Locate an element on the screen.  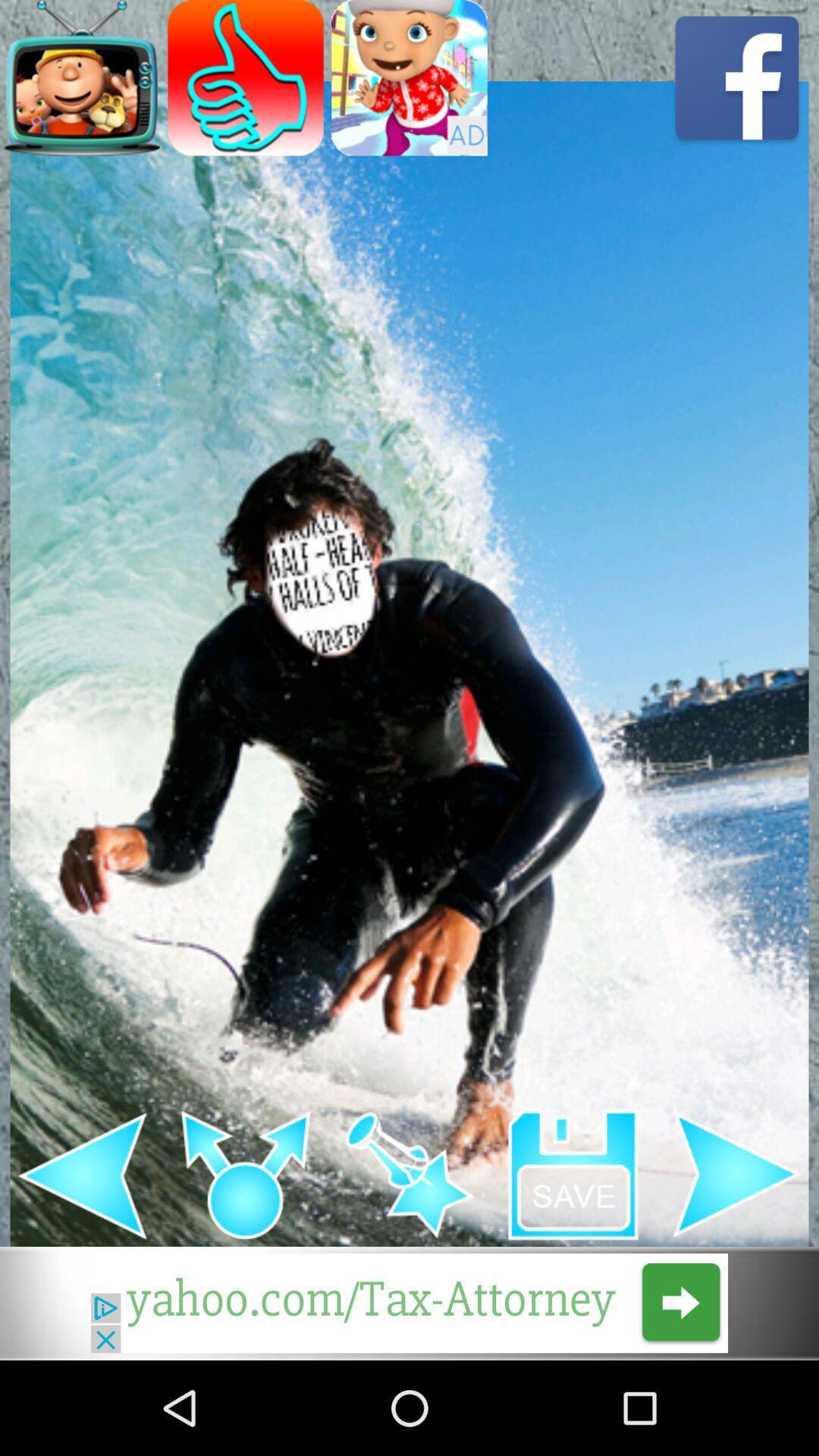
save is located at coordinates (573, 1174).